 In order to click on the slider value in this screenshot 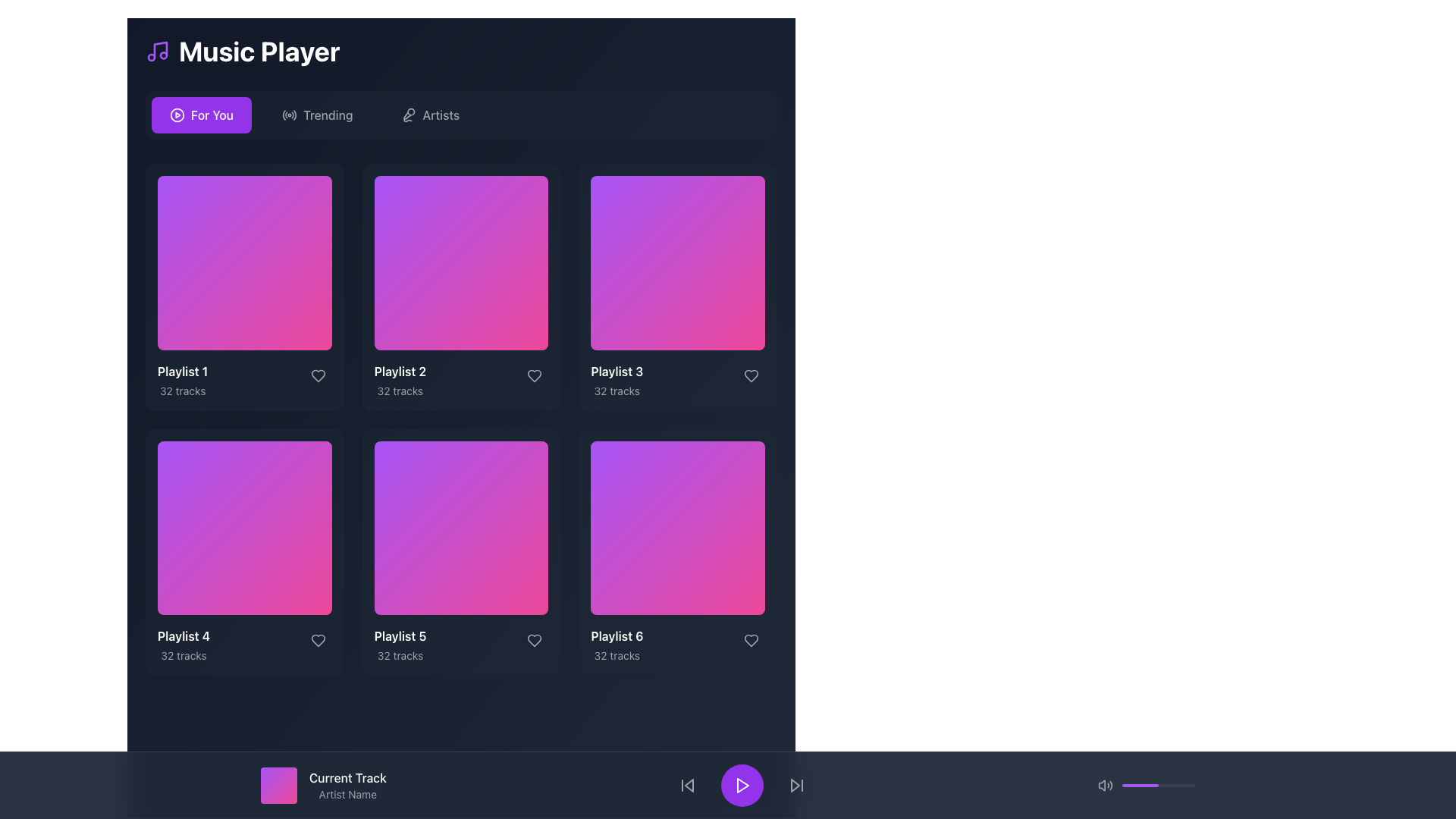, I will do `click(1133, 785)`.